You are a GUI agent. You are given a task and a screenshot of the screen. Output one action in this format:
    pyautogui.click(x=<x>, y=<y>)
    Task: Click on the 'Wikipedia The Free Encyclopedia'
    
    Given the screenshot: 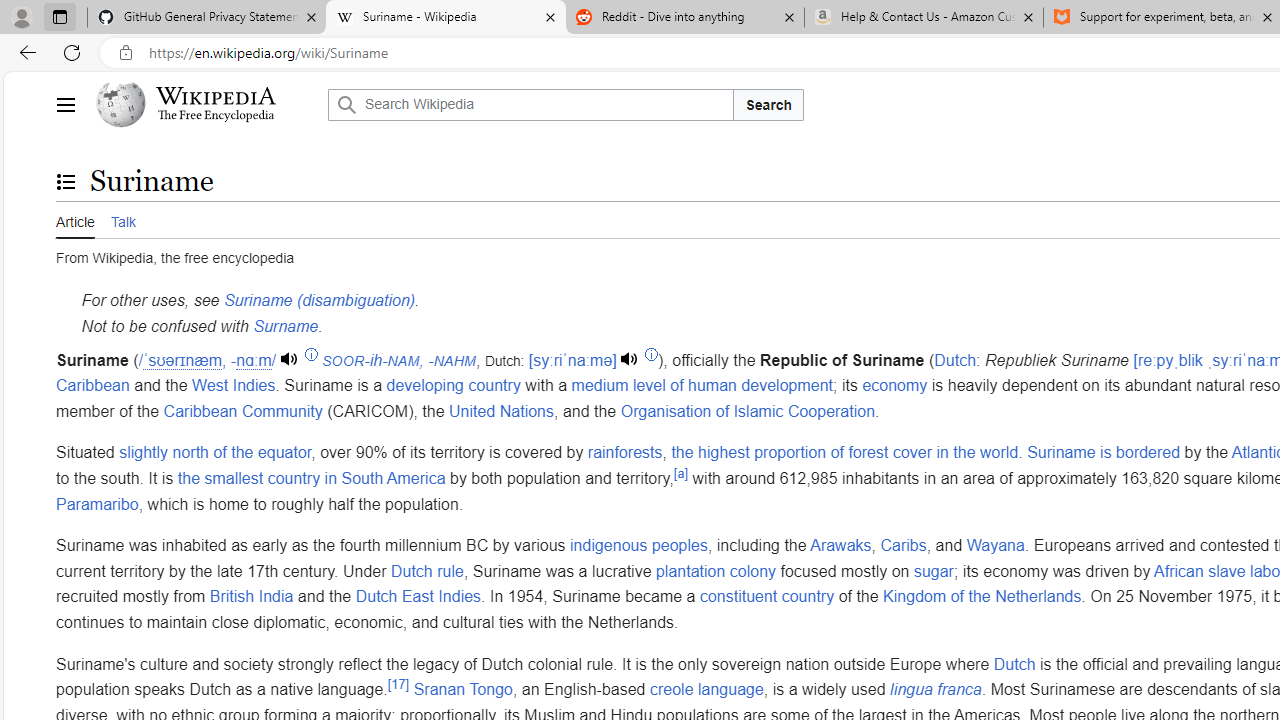 What is the action you would take?
    pyautogui.click(x=206, y=105)
    